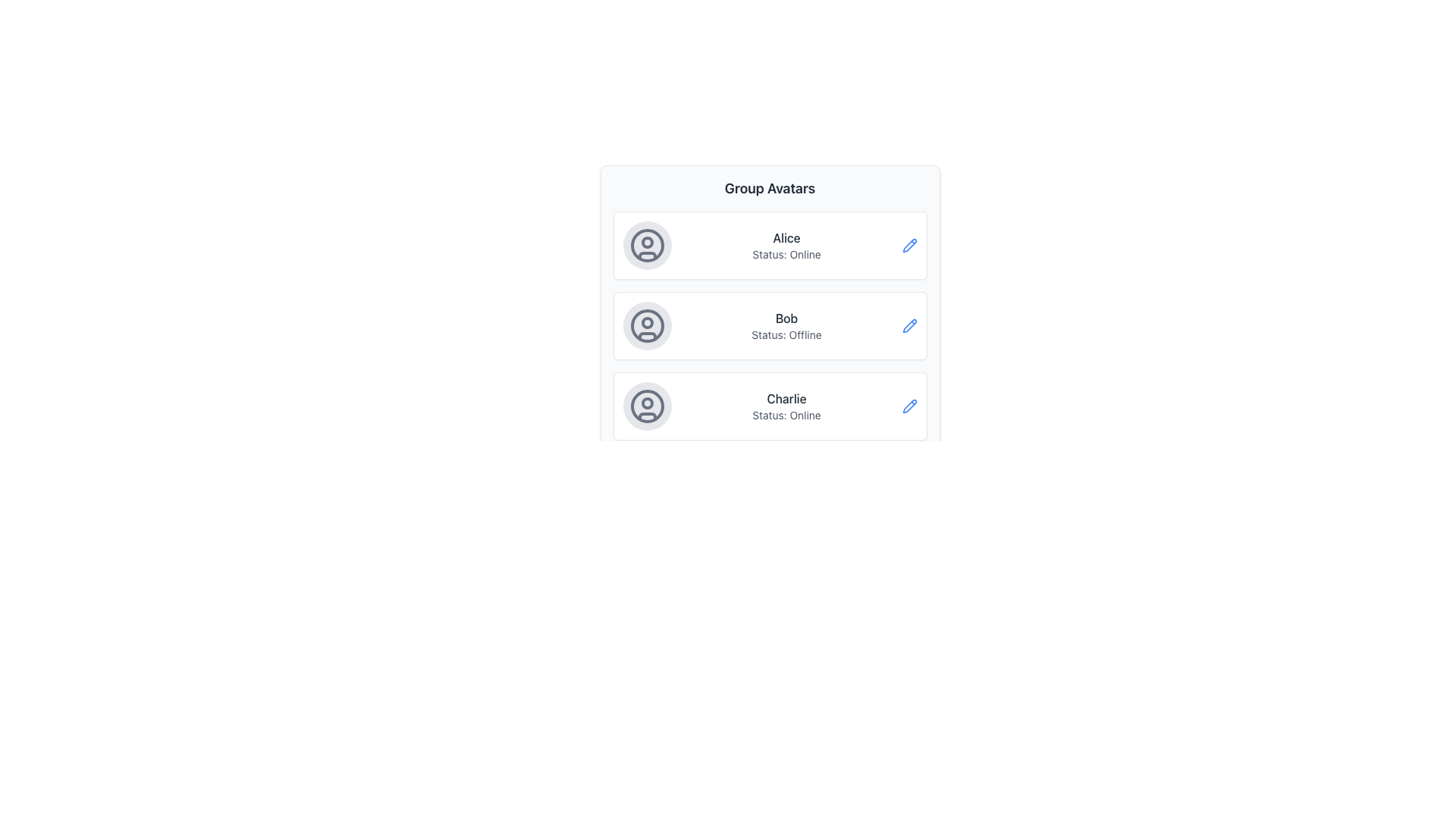 The image size is (1456, 819). I want to click on the small blue pen icon located in the top-right corner of the card labeled 'Alice', so click(909, 245).